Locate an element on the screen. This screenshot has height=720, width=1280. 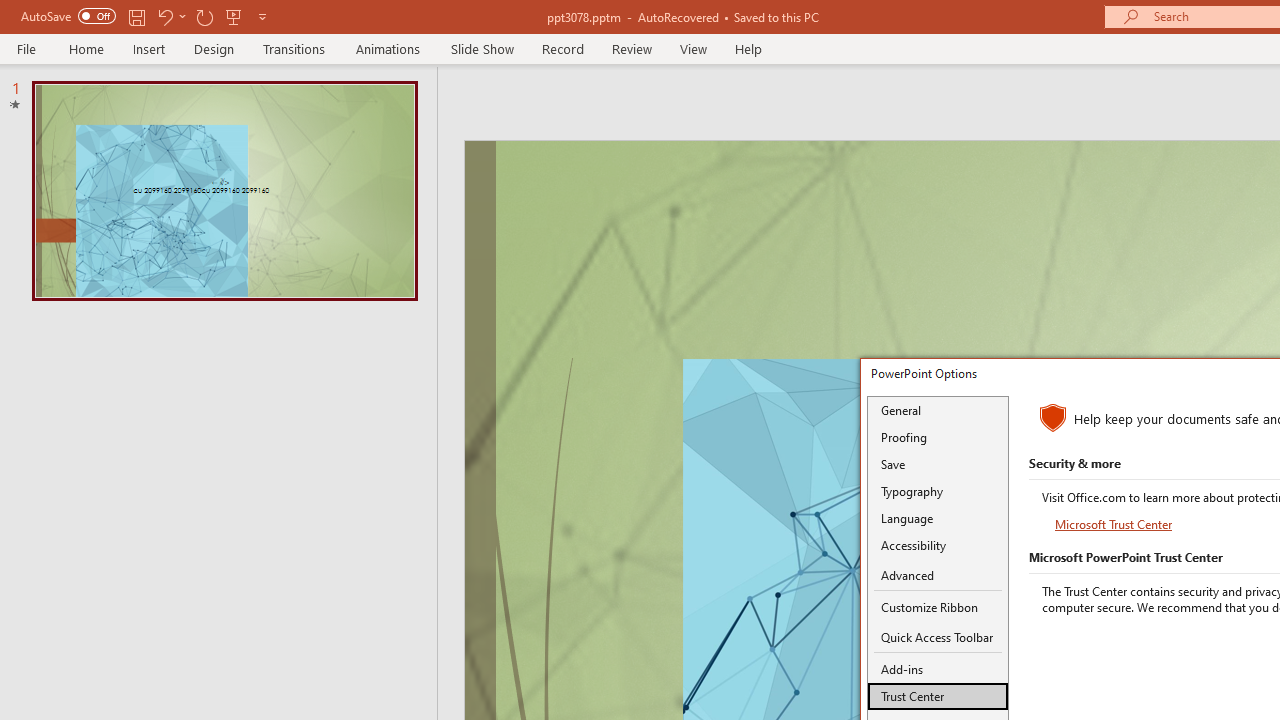
'Language' is located at coordinates (937, 517).